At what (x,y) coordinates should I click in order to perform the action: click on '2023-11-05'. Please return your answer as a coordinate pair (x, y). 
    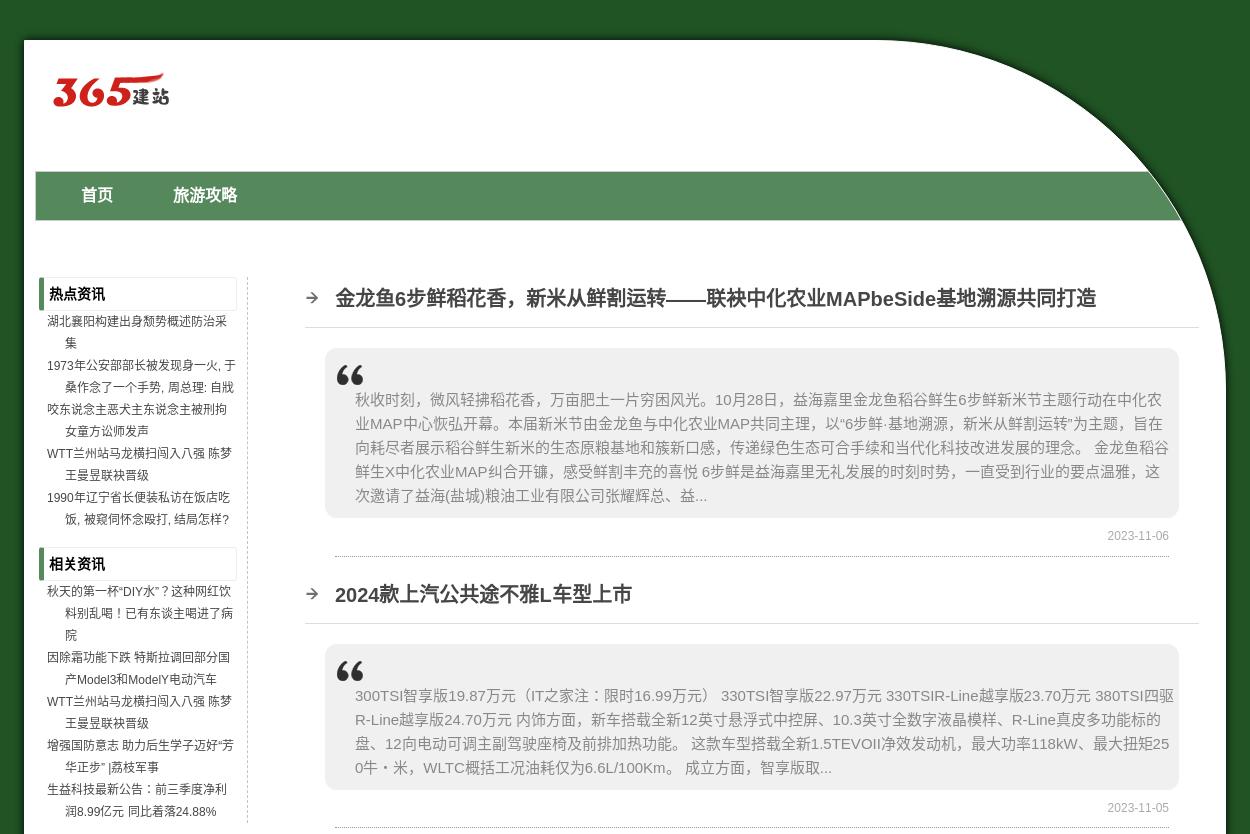
    Looking at the image, I should click on (1138, 805).